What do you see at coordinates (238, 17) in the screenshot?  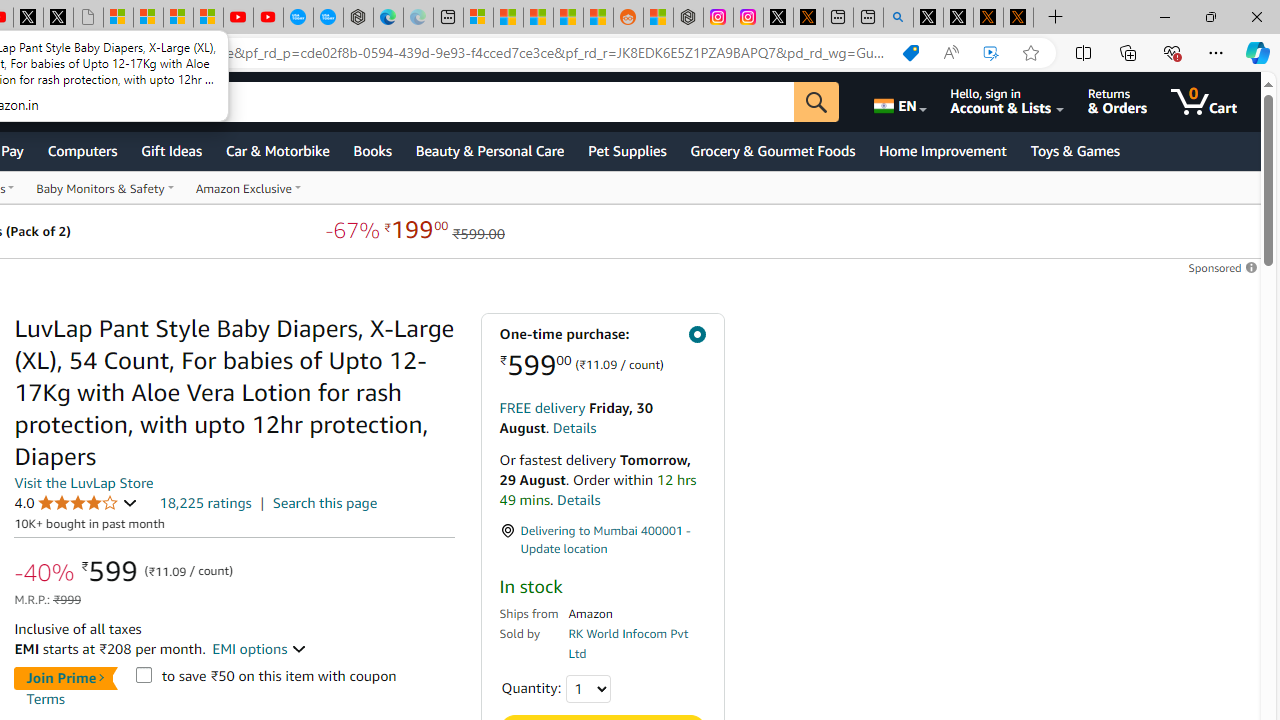 I see `'Gloom - YouTube'` at bounding box center [238, 17].